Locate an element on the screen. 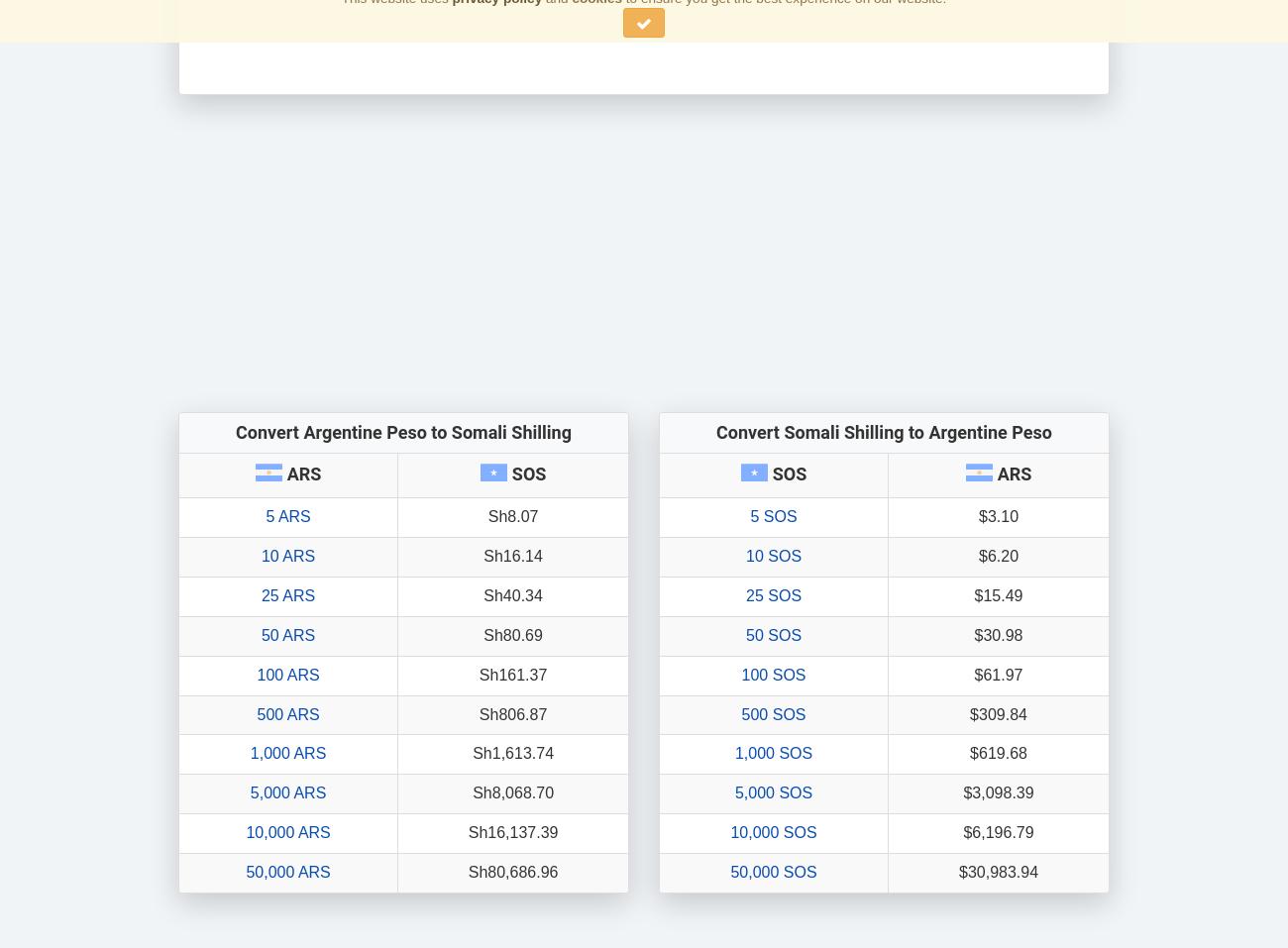 The image size is (1288, 948). '$30.98' is located at coordinates (973, 633).